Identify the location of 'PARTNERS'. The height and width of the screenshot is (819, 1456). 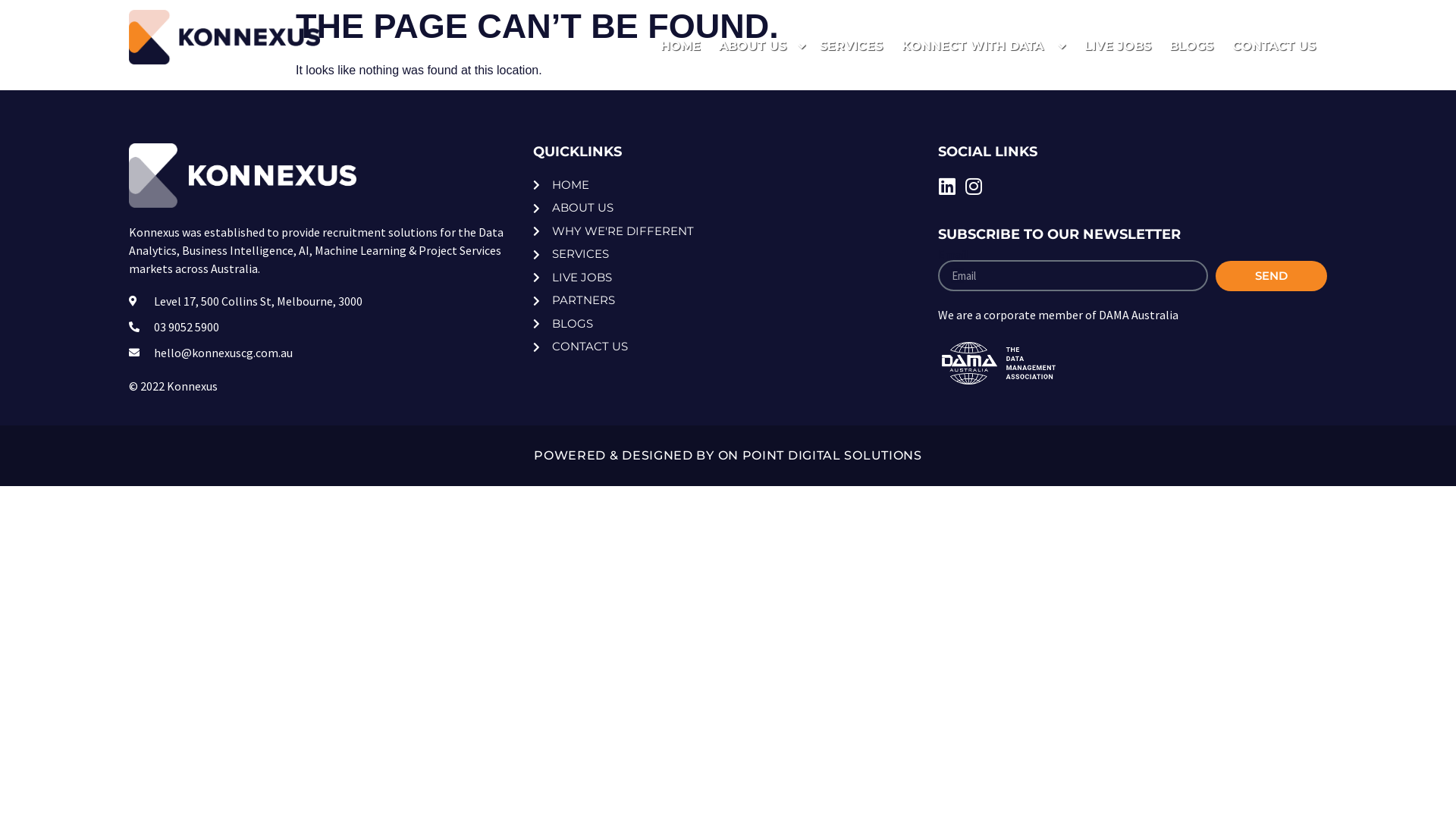
(532, 300).